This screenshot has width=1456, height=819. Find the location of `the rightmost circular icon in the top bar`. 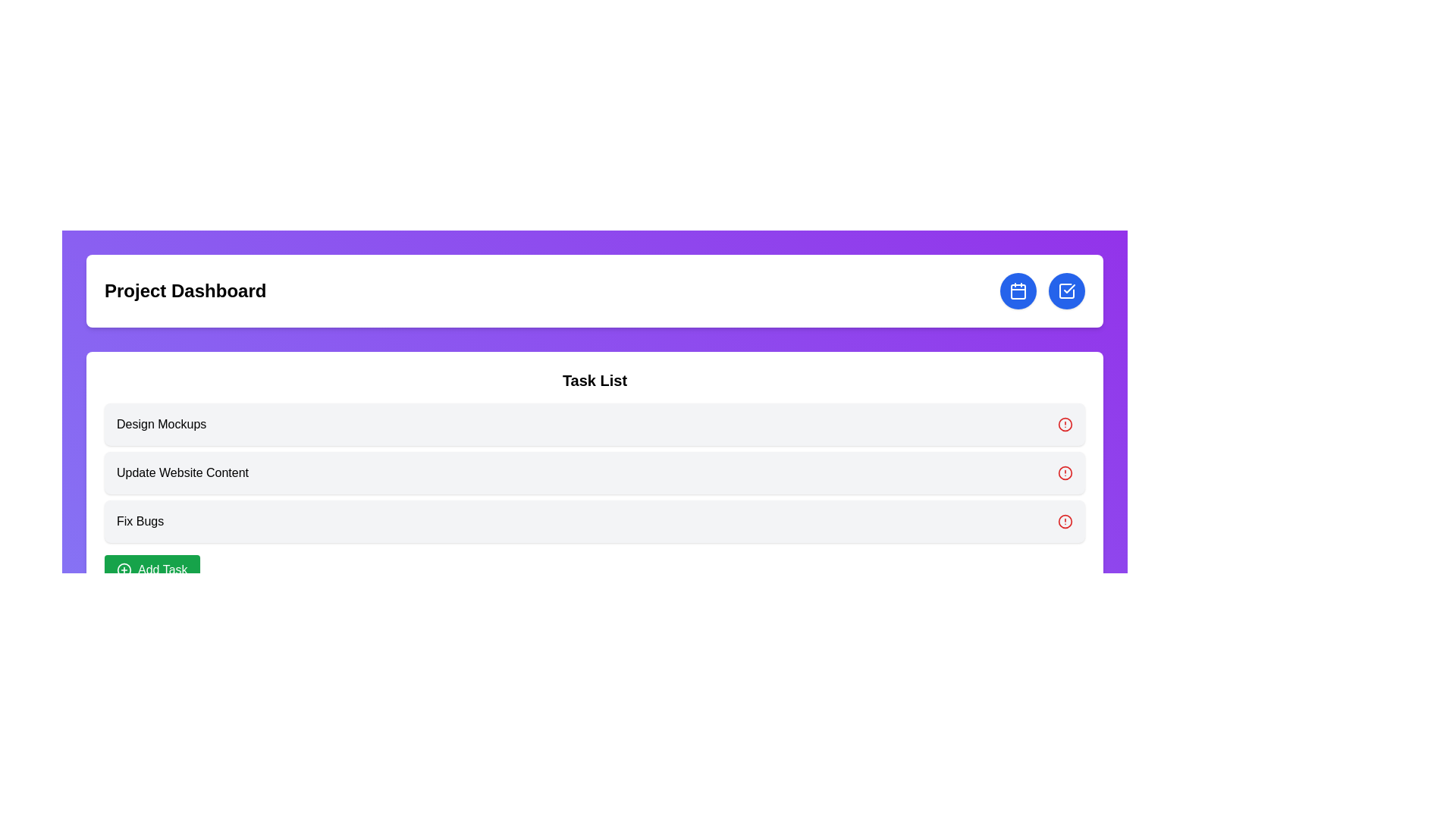

the rightmost circular icon in the top bar is located at coordinates (1065, 291).